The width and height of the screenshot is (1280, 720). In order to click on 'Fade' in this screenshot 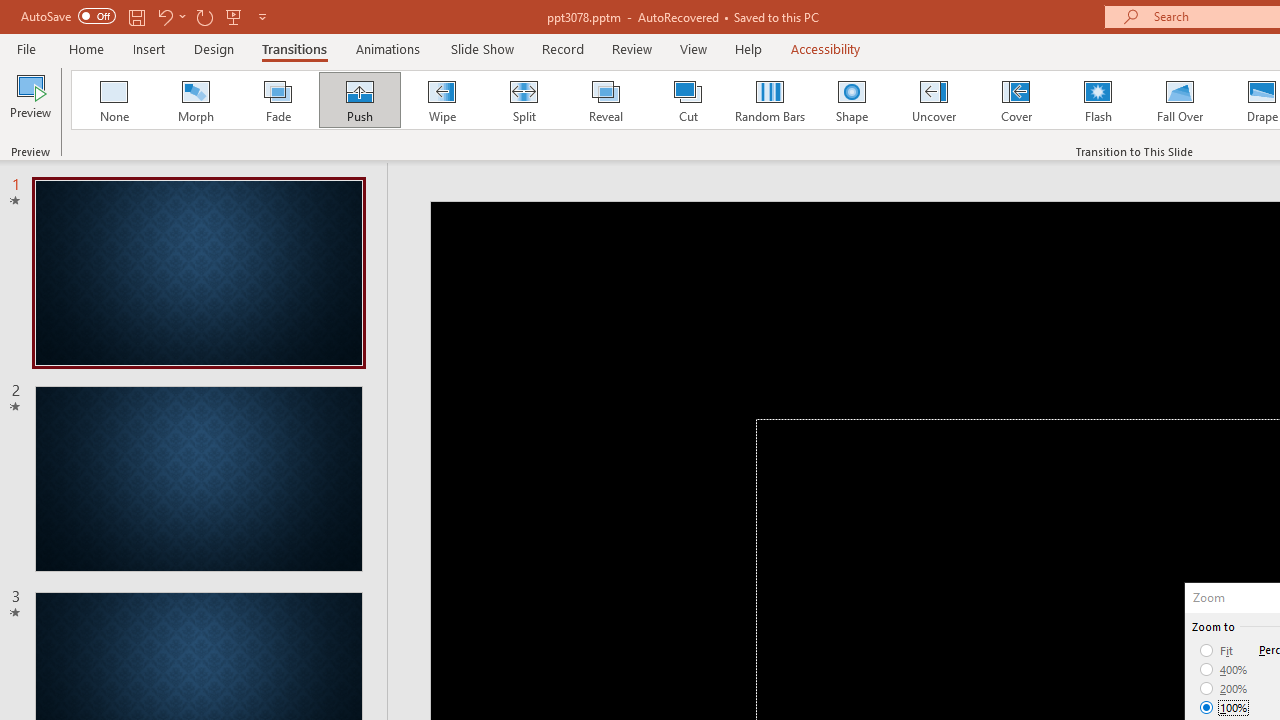, I will do `click(276, 100)`.